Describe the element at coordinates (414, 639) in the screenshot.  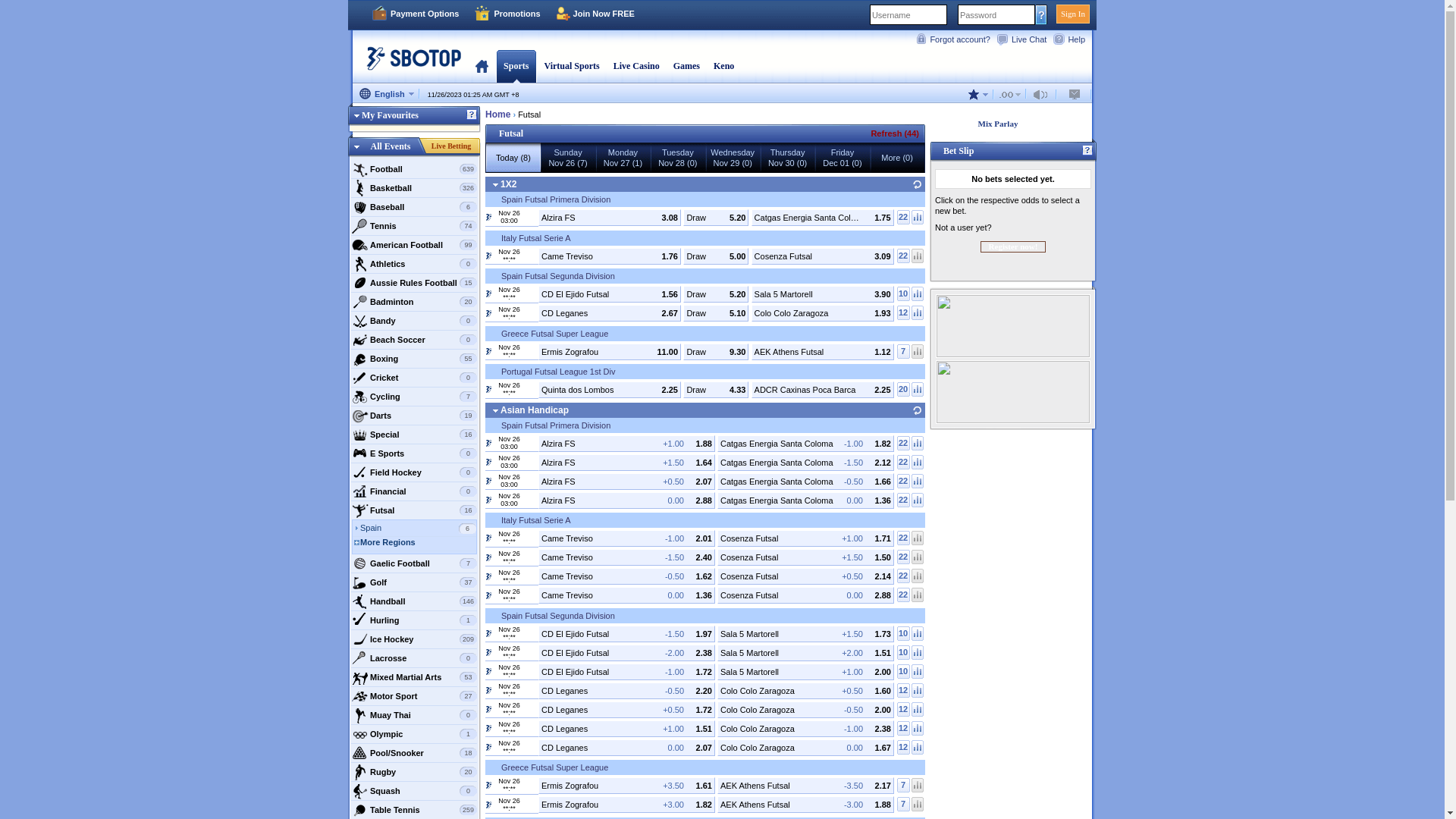
I see `'Ice Hockey` at that location.